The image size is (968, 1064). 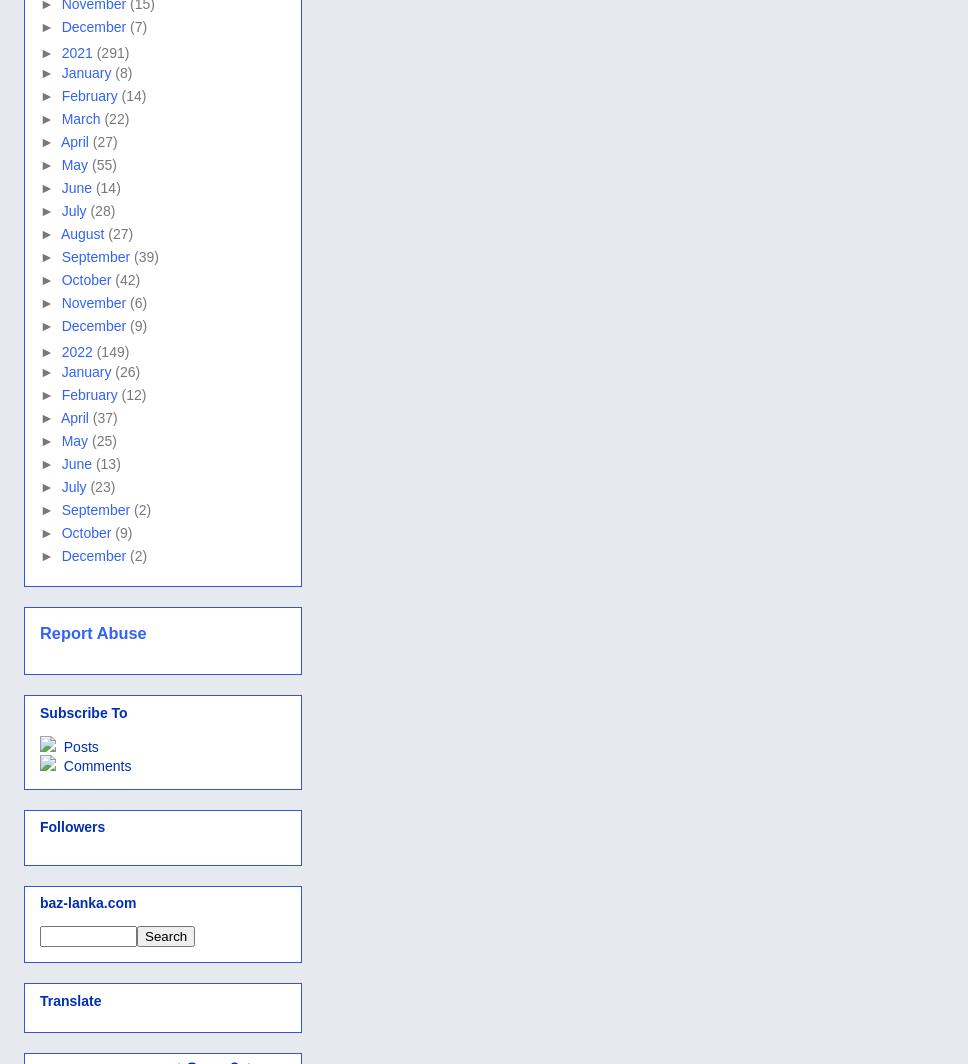 I want to click on 'Comments', so click(x=94, y=765).